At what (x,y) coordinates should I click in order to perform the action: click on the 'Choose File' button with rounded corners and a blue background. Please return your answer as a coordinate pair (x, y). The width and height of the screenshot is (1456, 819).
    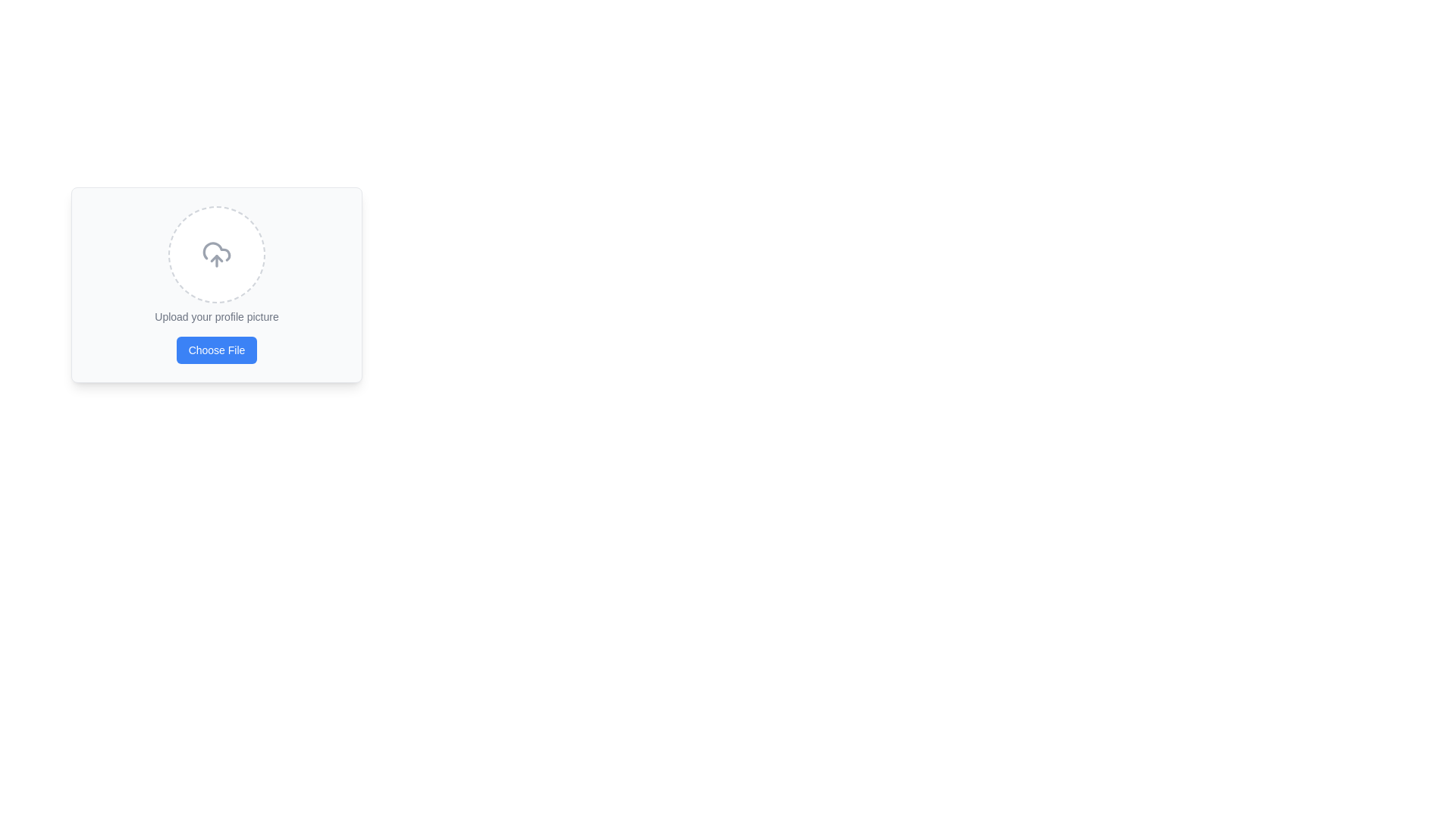
    Looking at the image, I should click on (216, 350).